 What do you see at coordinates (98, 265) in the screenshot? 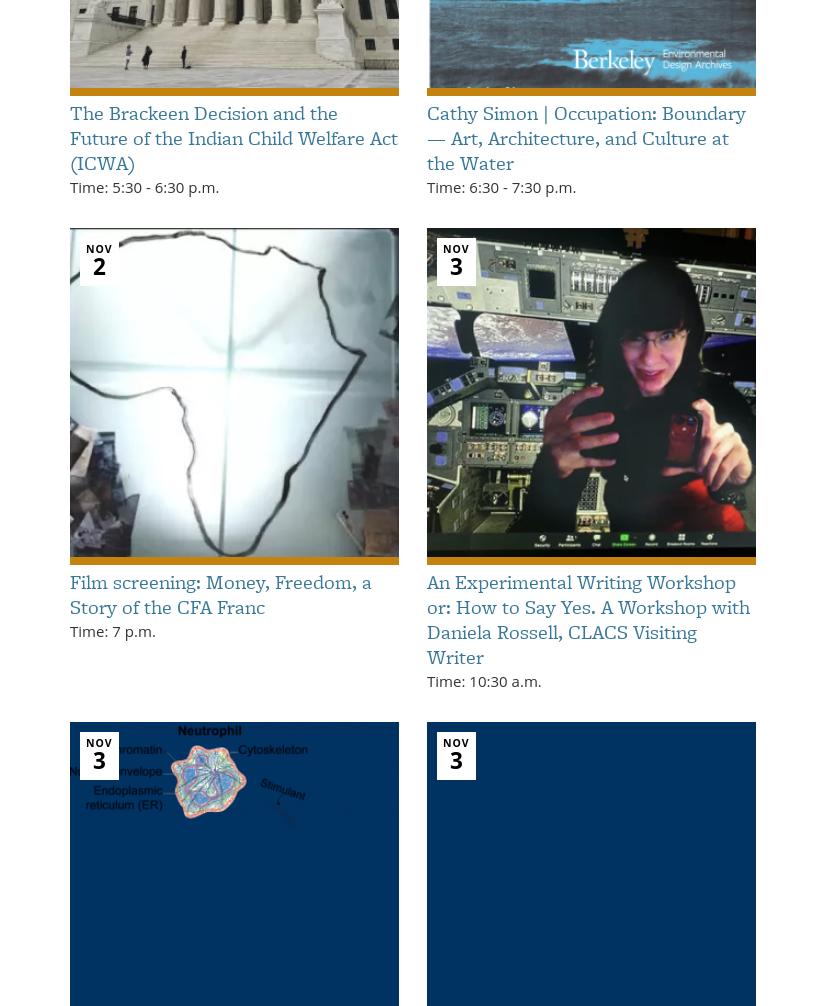
I see `'2'` at bounding box center [98, 265].